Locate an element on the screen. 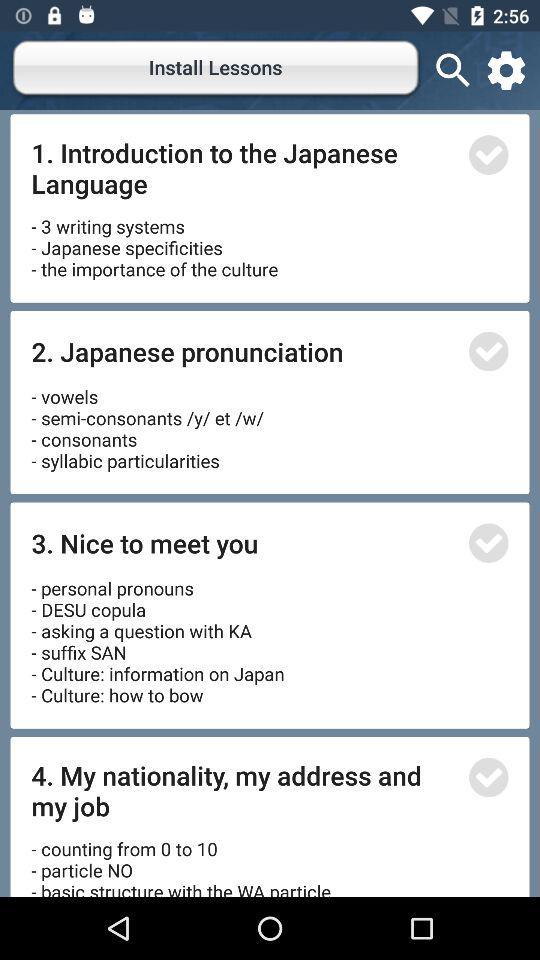 The image size is (540, 960). confirm lesson is located at coordinates (487, 351).